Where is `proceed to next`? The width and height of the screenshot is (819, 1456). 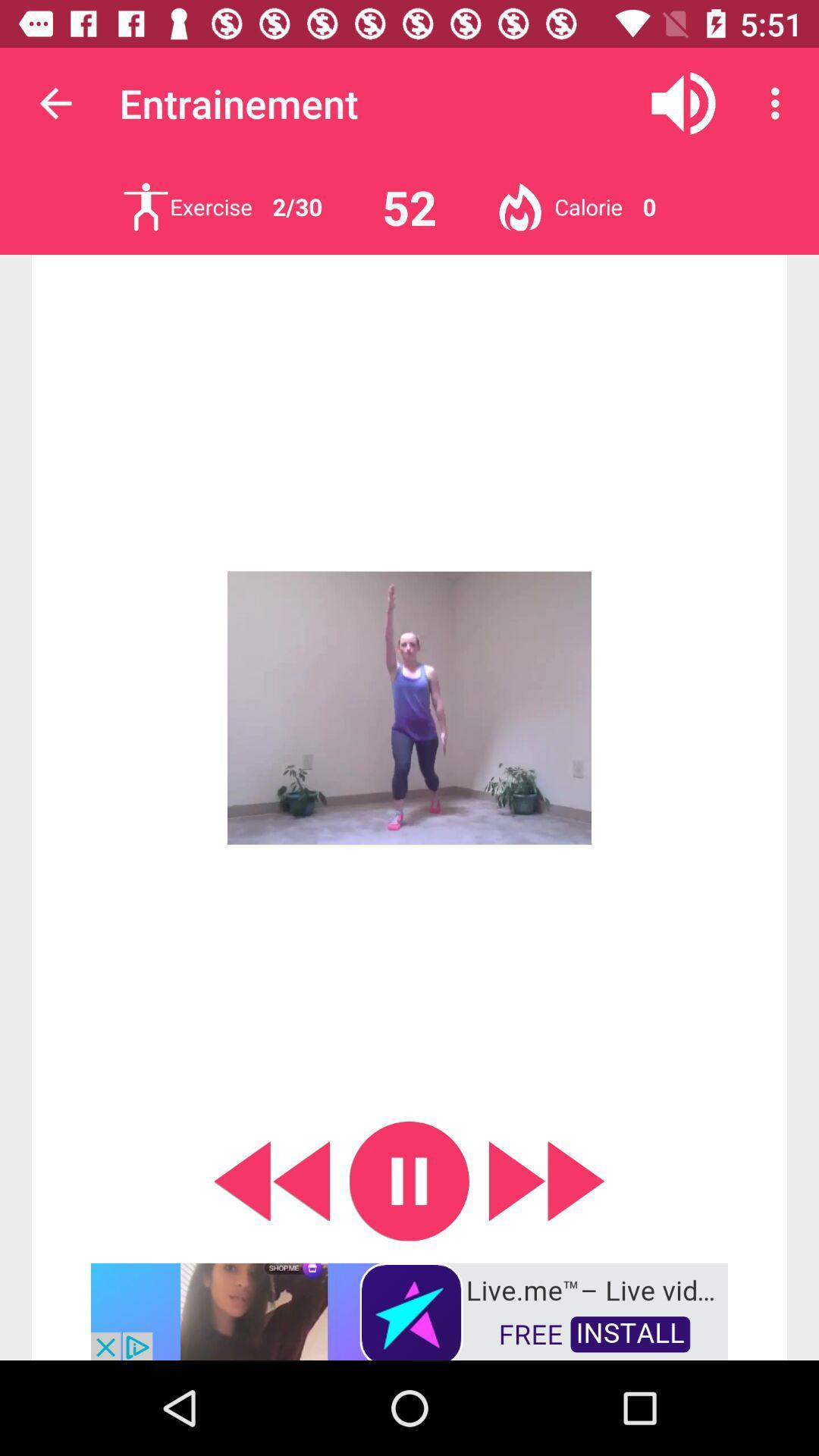
proceed to next is located at coordinates (547, 1180).